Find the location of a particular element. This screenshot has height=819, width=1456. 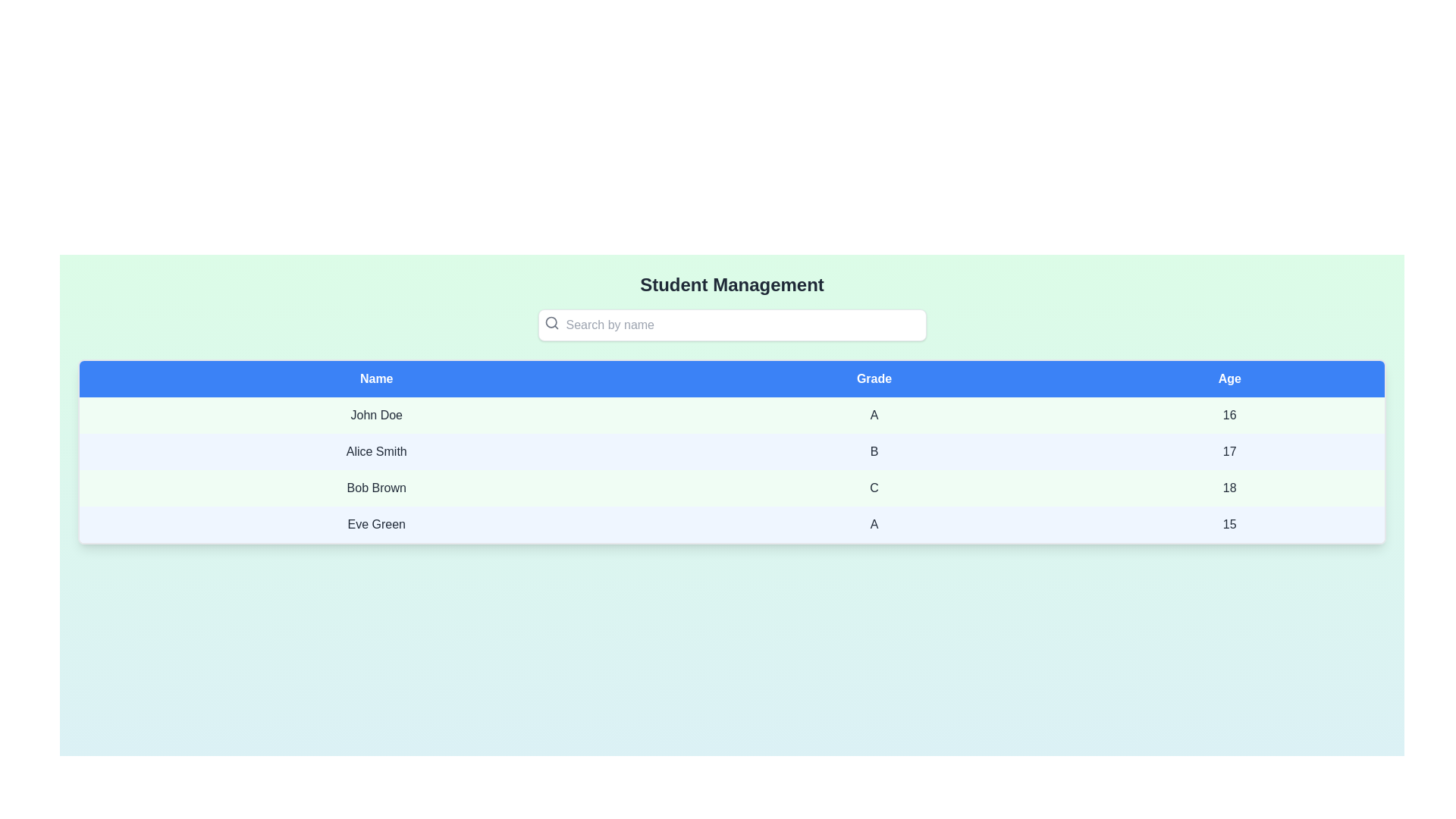

the text label displaying the number '17' in bold black font, located in the 'Age' column for 'Alice Smith' in the table is located at coordinates (1229, 451).